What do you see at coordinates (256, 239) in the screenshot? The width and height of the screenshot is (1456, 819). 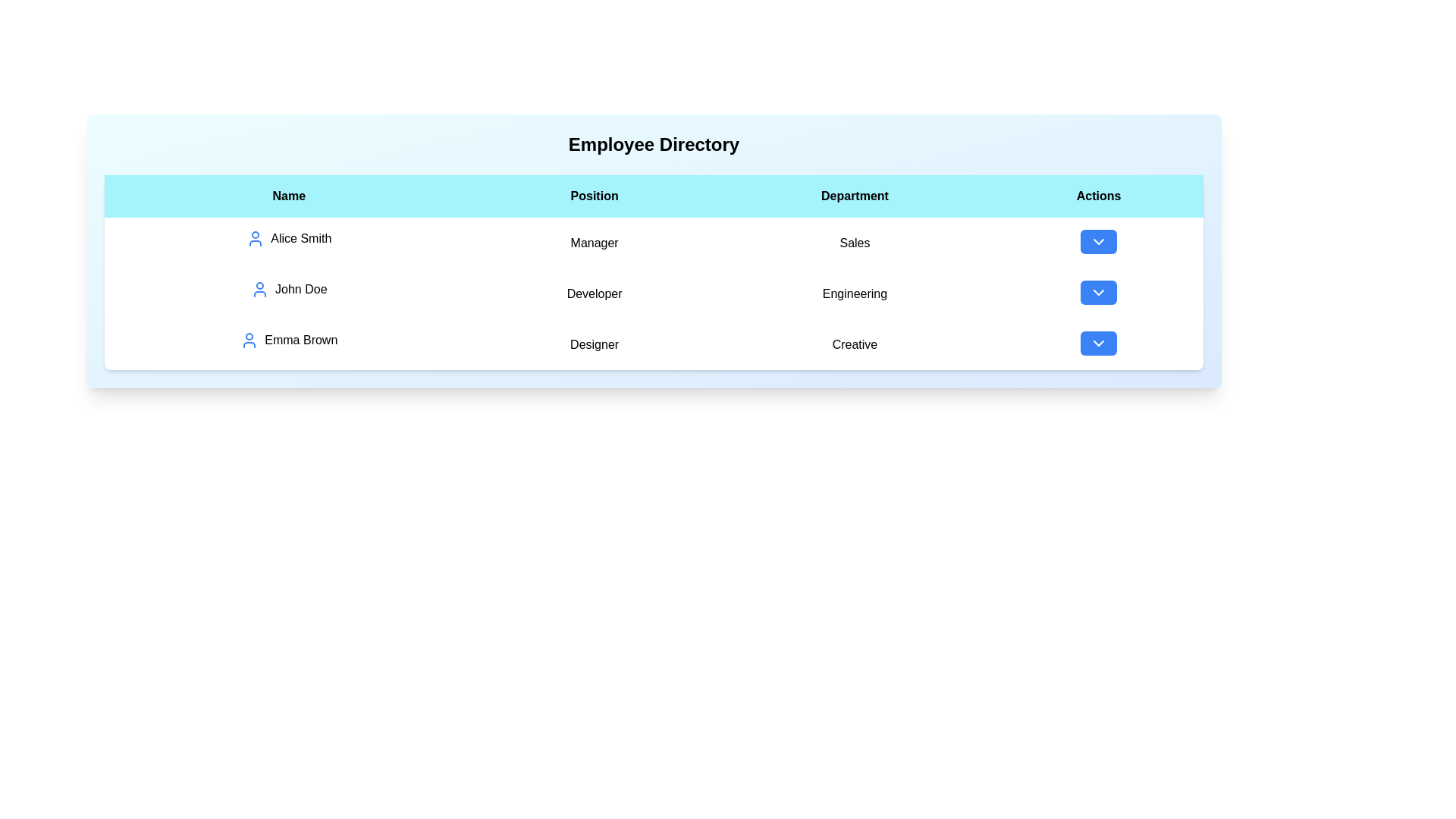 I see `the user silhouette icon with a blue color fill, located at the leftmost side of the row containing the name 'Alice Smith'` at bounding box center [256, 239].